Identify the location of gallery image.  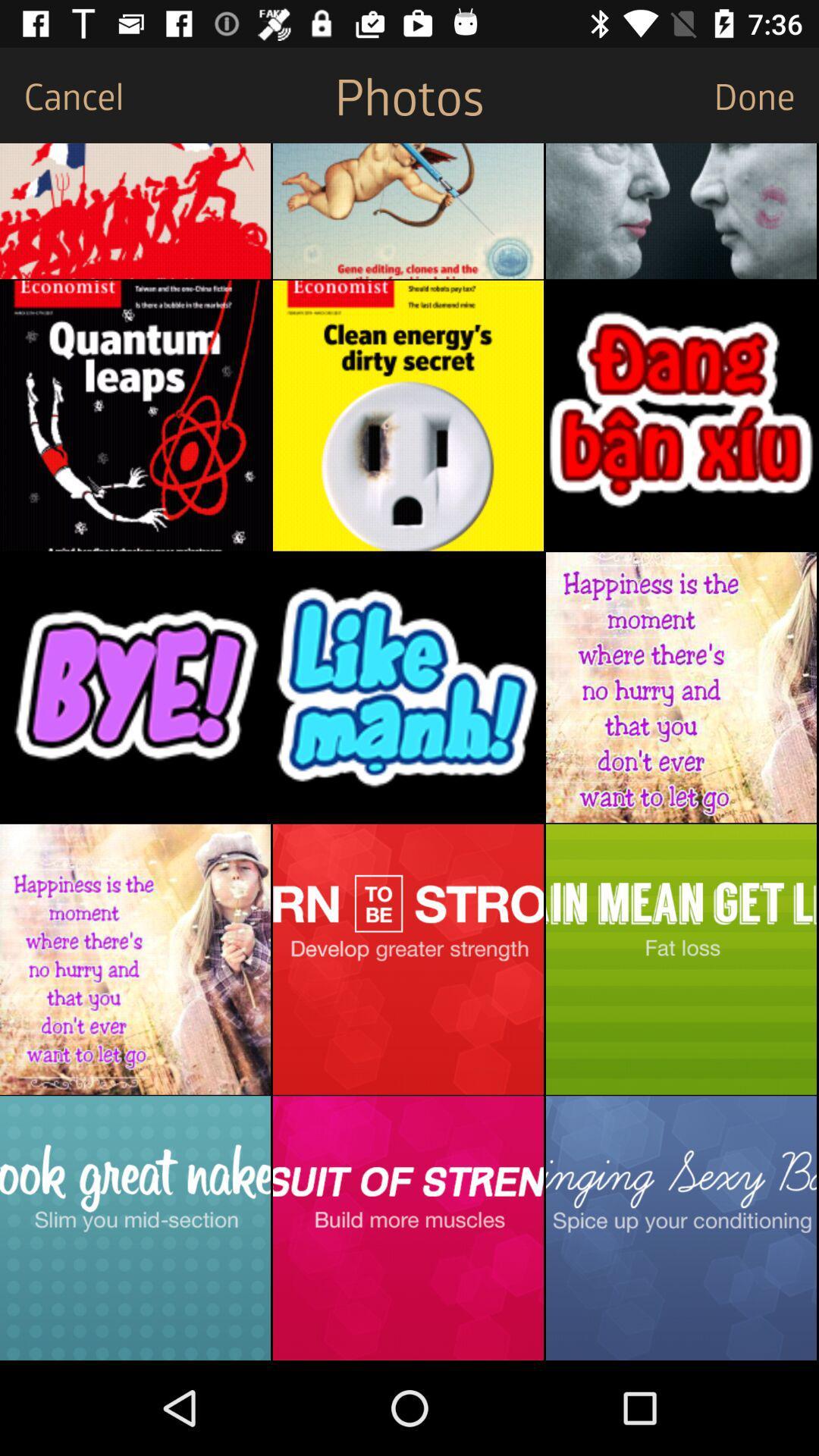
(134, 686).